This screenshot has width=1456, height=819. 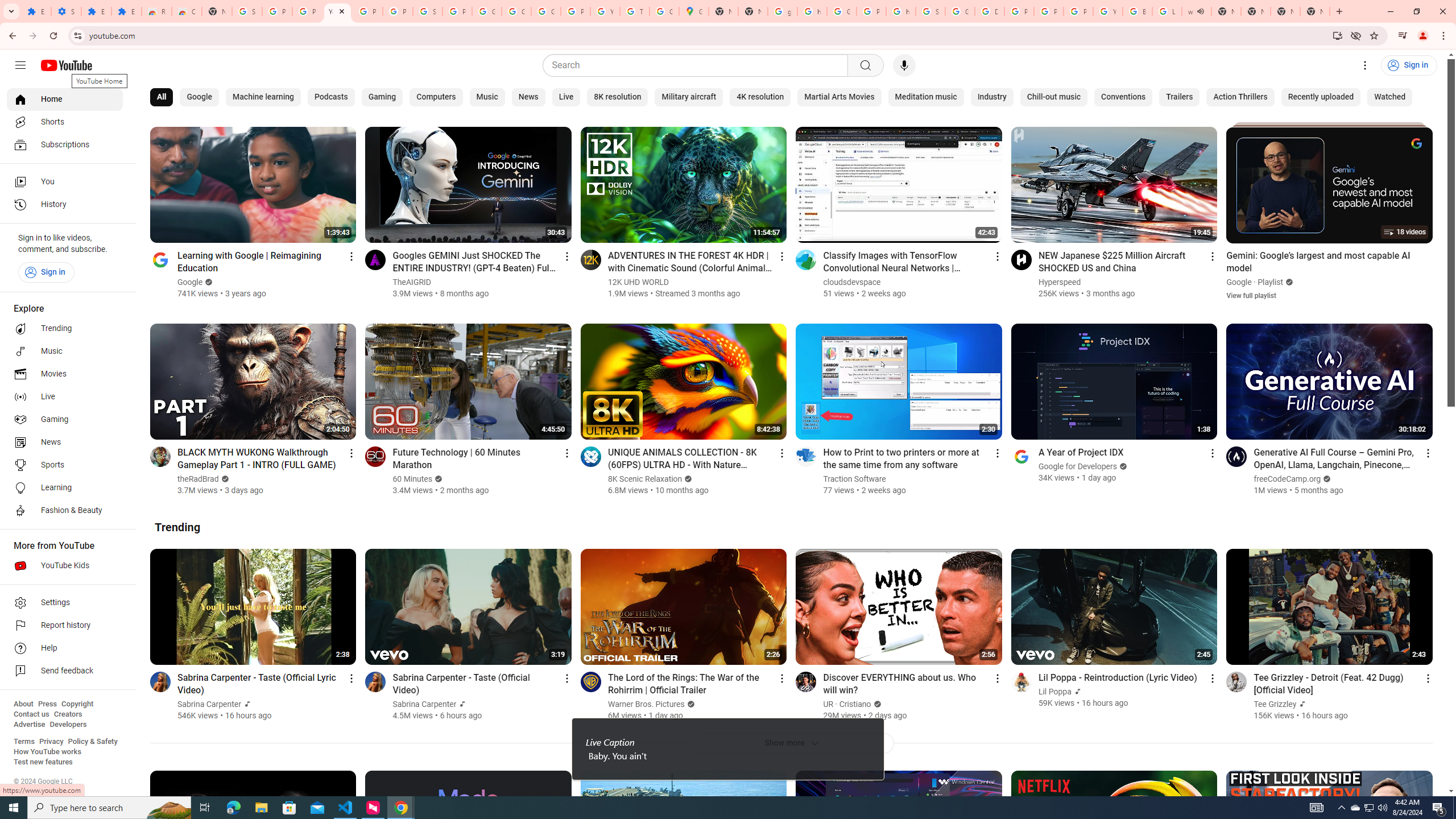 What do you see at coordinates (28, 723) in the screenshot?
I see `'Advertise'` at bounding box center [28, 723].